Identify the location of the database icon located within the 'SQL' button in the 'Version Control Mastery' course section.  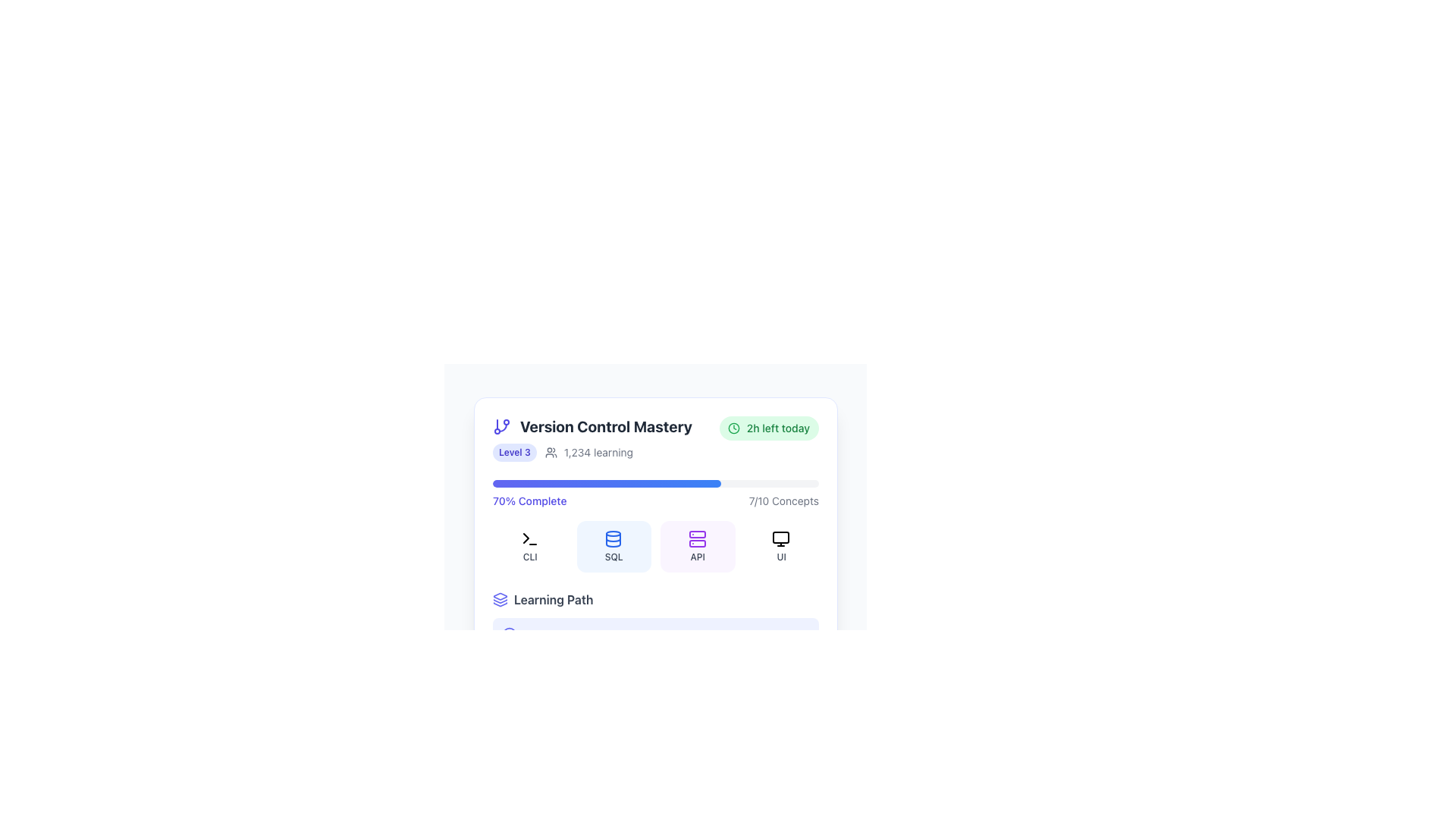
(613, 538).